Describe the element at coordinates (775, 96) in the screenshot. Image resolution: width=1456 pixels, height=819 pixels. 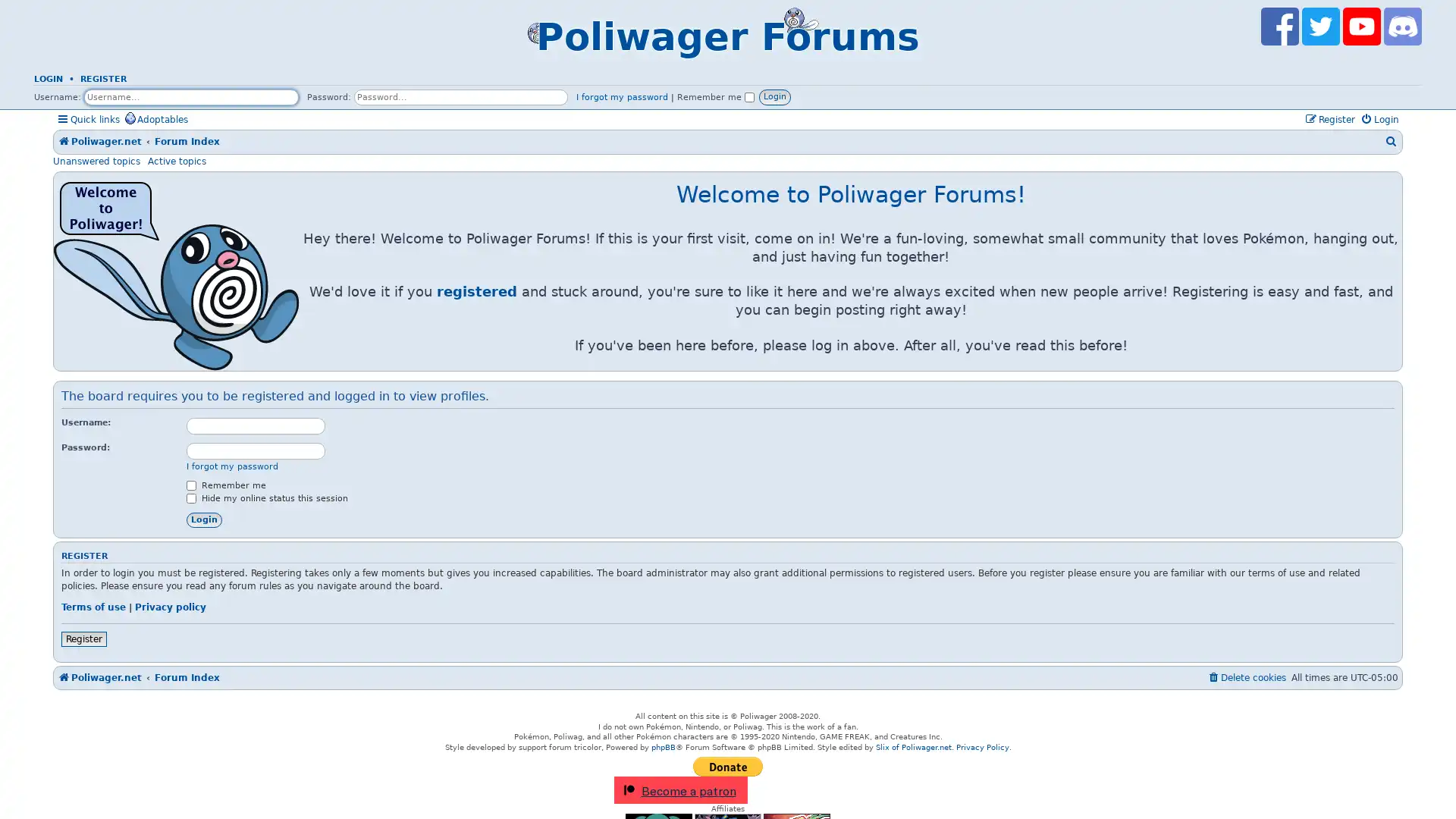
I see `Login` at that location.